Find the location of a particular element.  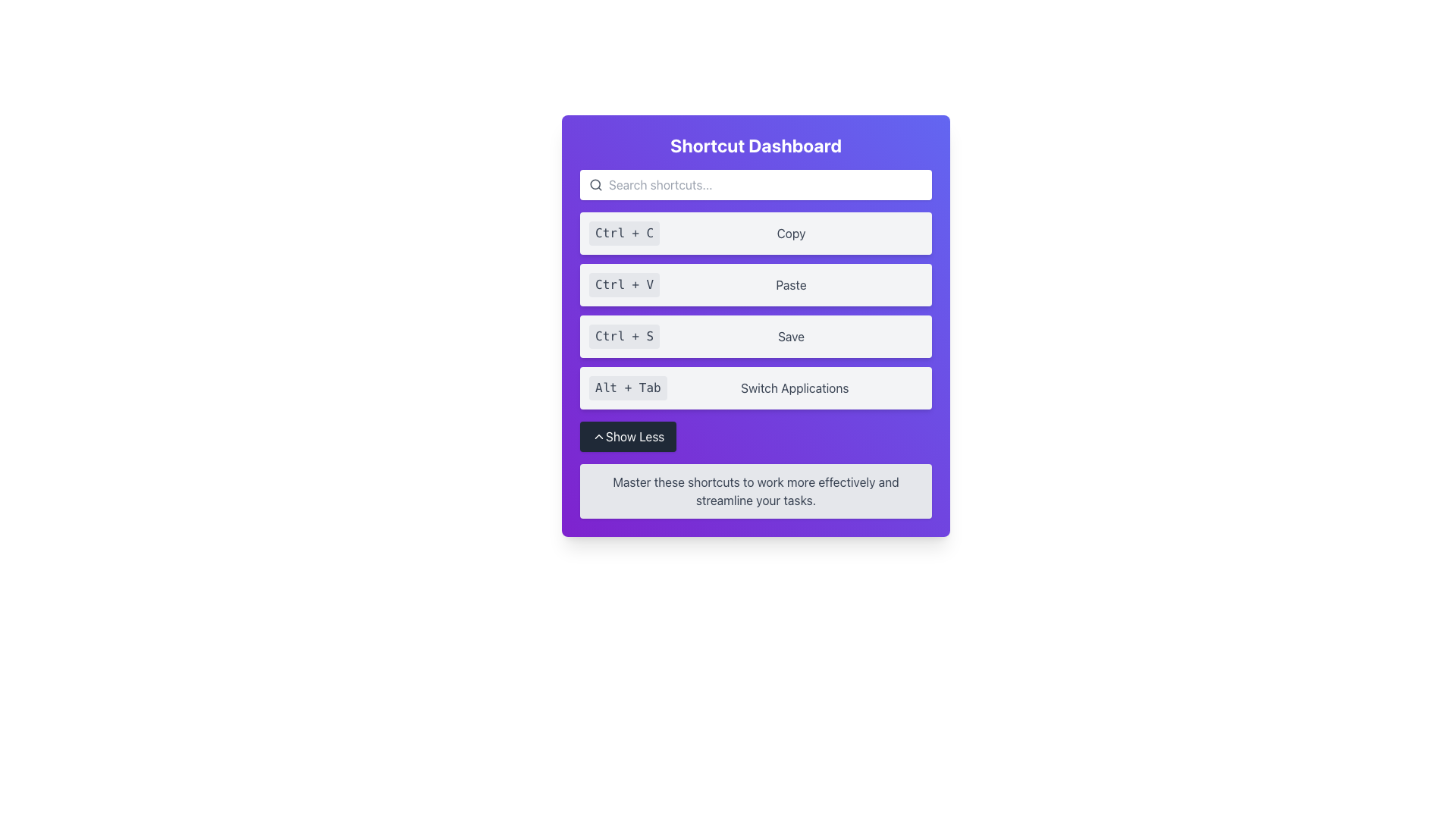

the Static Text displaying 'Master these shortcuts to work more effectively and streamline your tasks.' located beneath the 'Show Less' button is located at coordinates (756, 491).